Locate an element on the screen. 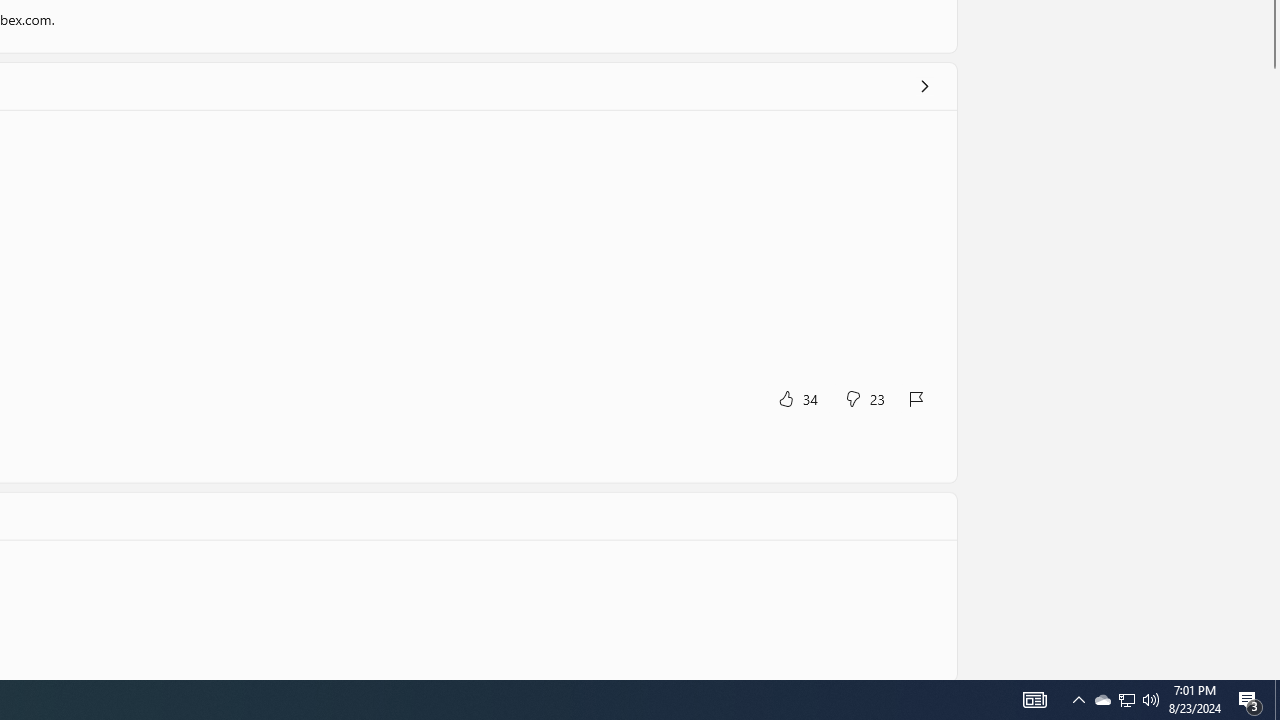 The image size is (1280, 720). 'Yes, this was helpful. 34 votes.' is located at coordinates (796, 398).